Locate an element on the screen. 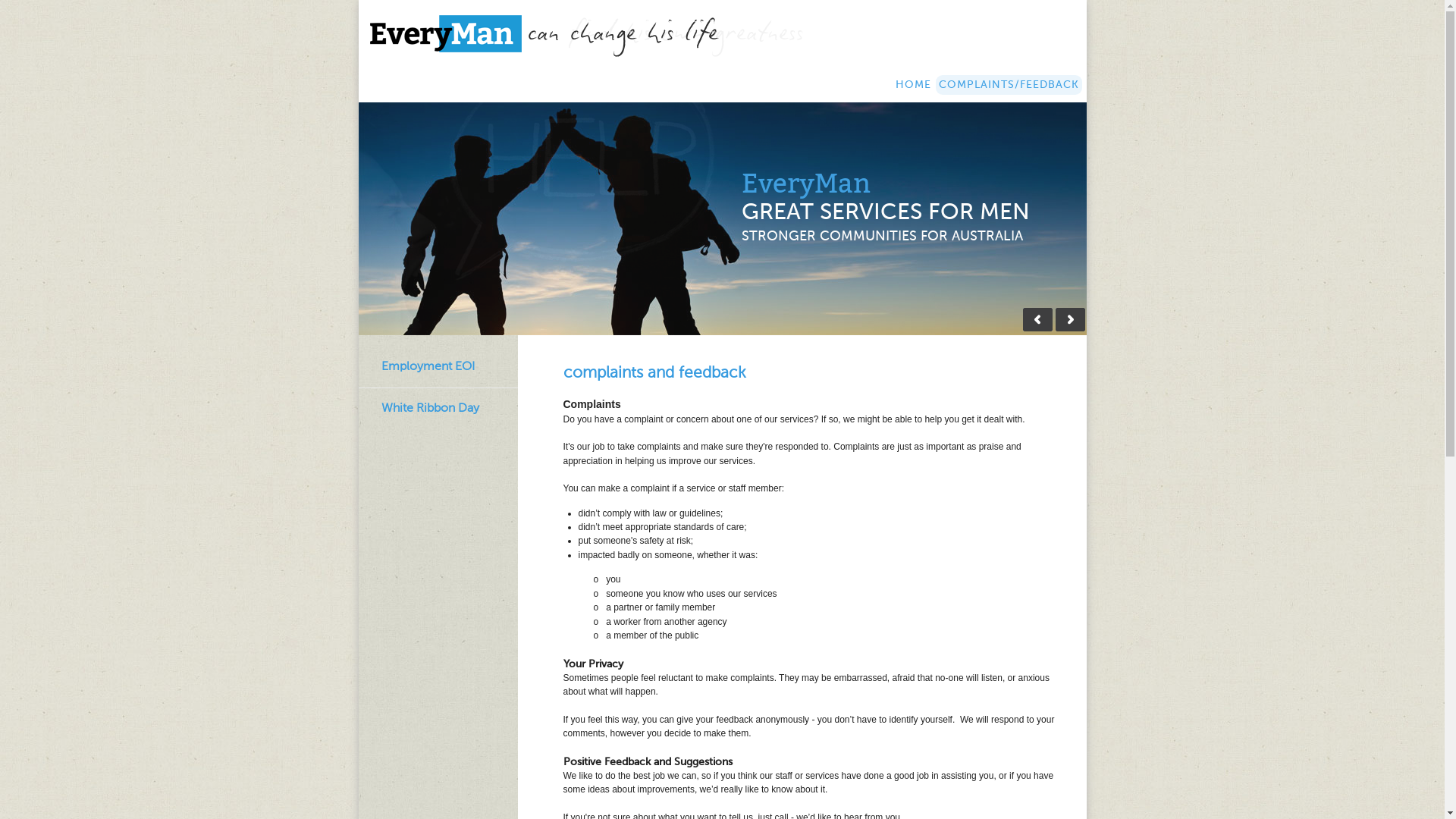 The width and height of the screenshot is (1456, 819). 'White Ribbon Day' is located at coordinates (428, 407).